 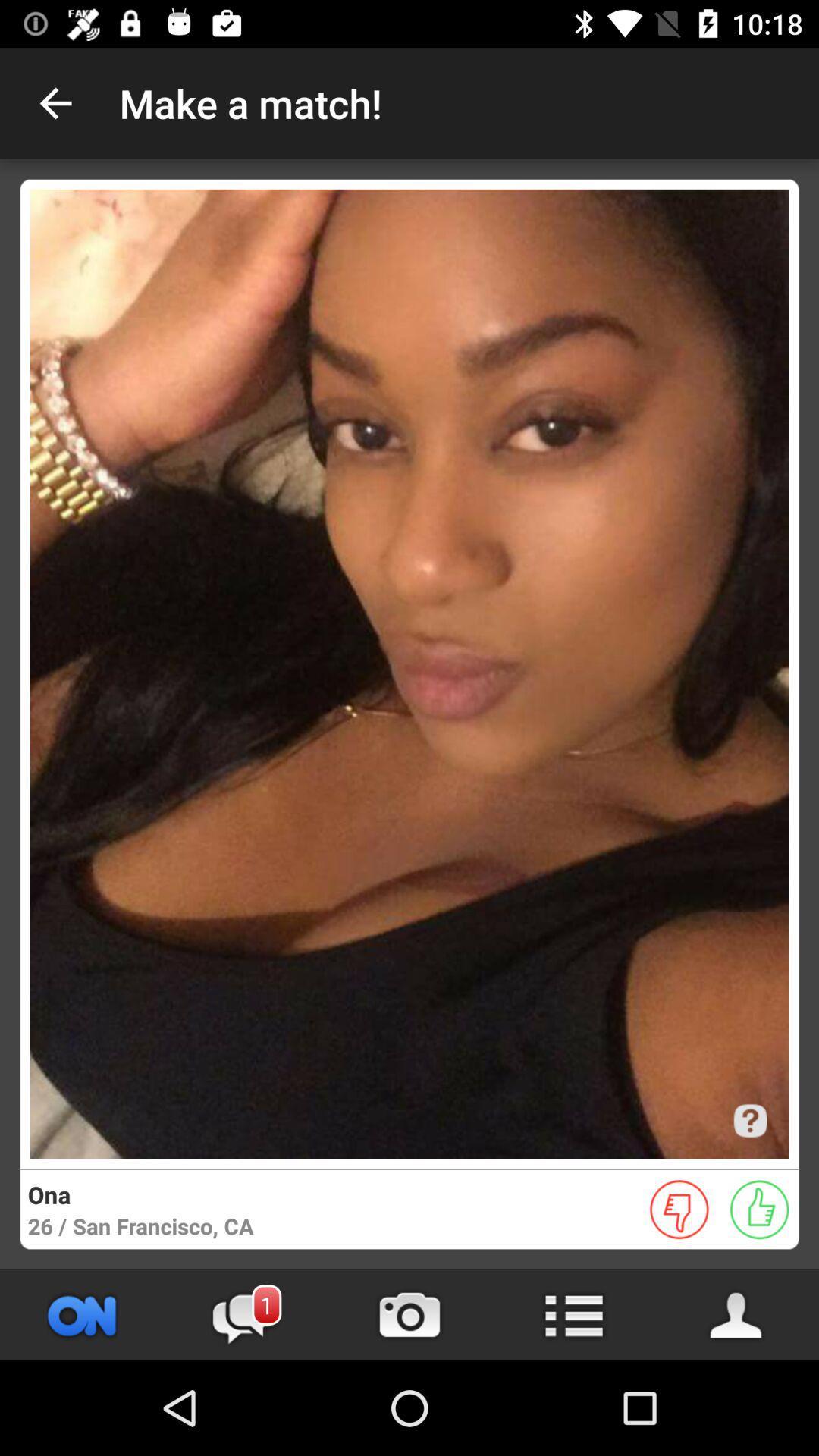 What do you see at coordinates (749, 1121) in the screenshot?
I see `the question mark icon at the right bottom of the page` at bounding box center [749, 1121].